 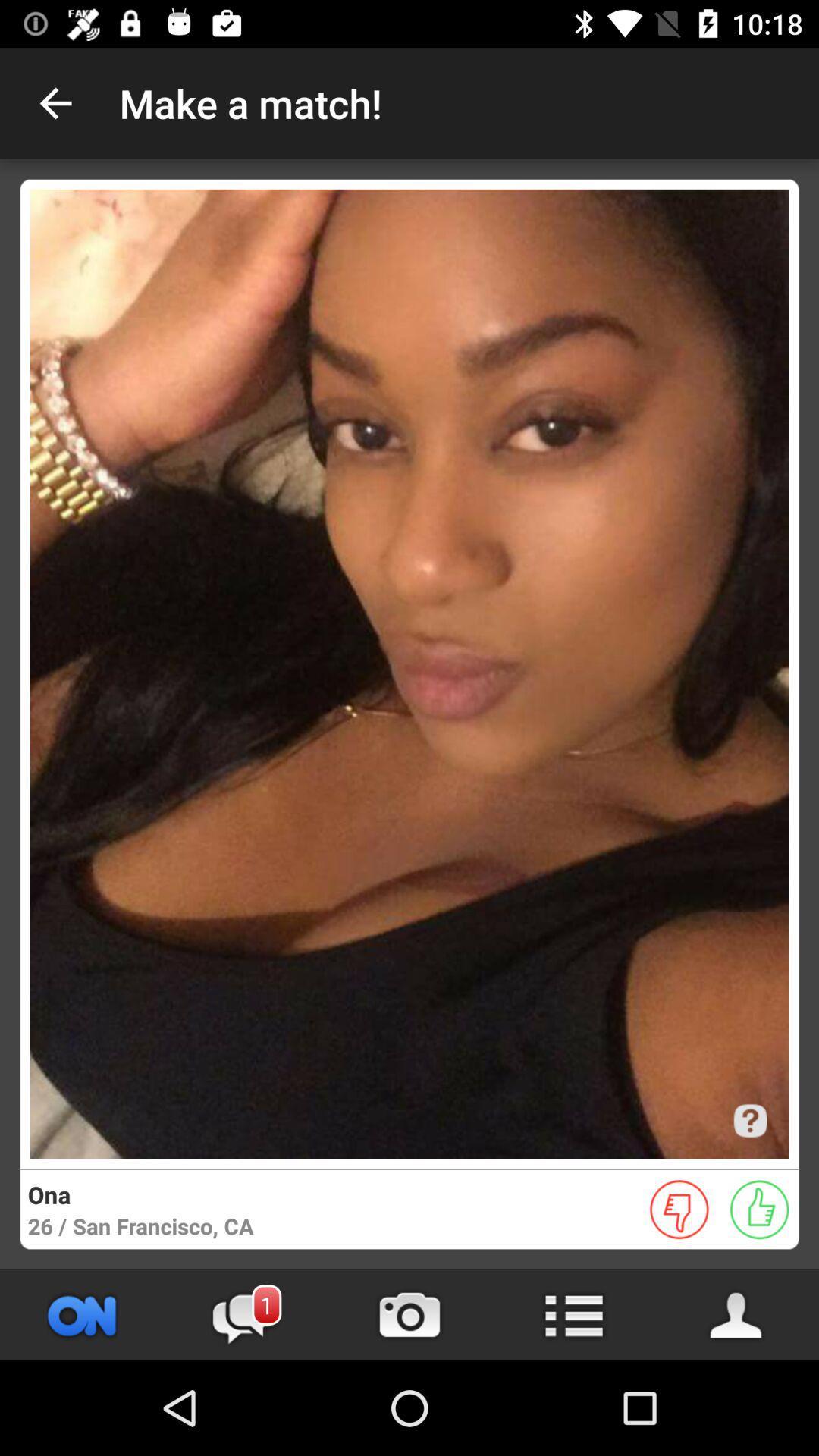 What do you see at coordinates (749, 1121) in the screenshot?
I see `the question mark icon at the right bottom of the page` at bounding box center [749, 1121].